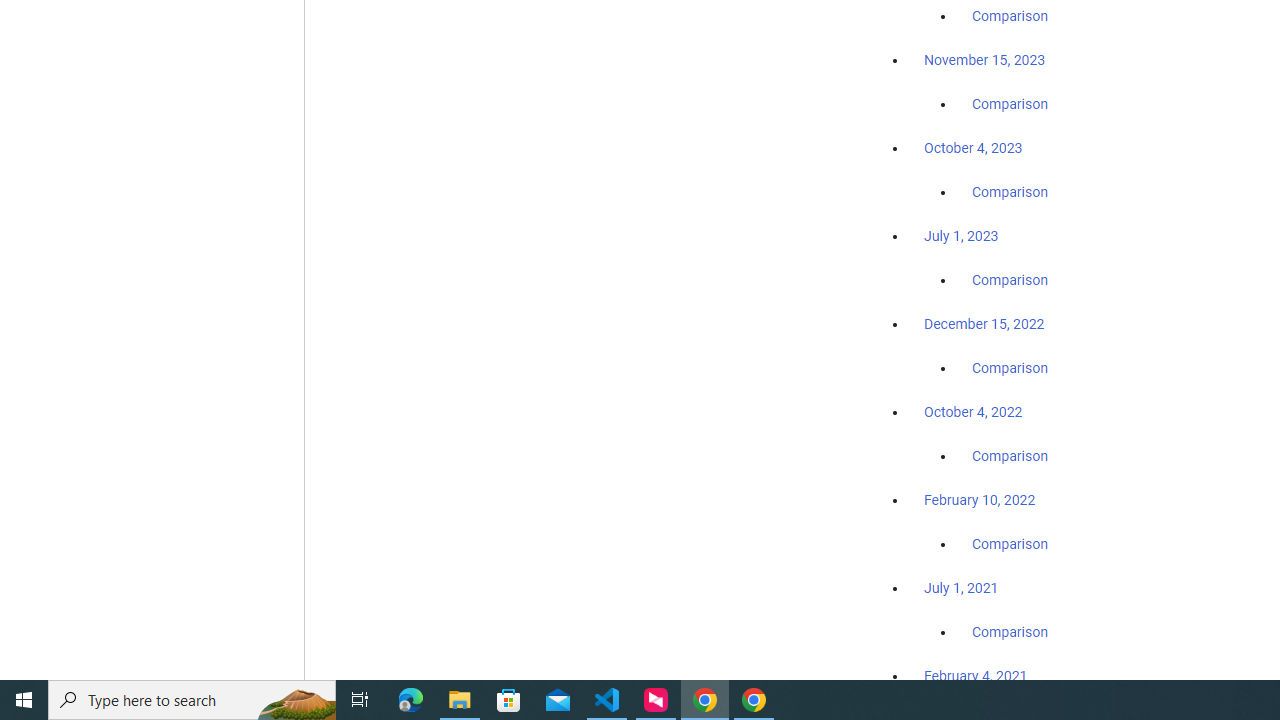 The image size is (1280, 720). Describe the element at coordinates (984, 323) in the screenshot. I see `'December 15, 2022'` at that location.